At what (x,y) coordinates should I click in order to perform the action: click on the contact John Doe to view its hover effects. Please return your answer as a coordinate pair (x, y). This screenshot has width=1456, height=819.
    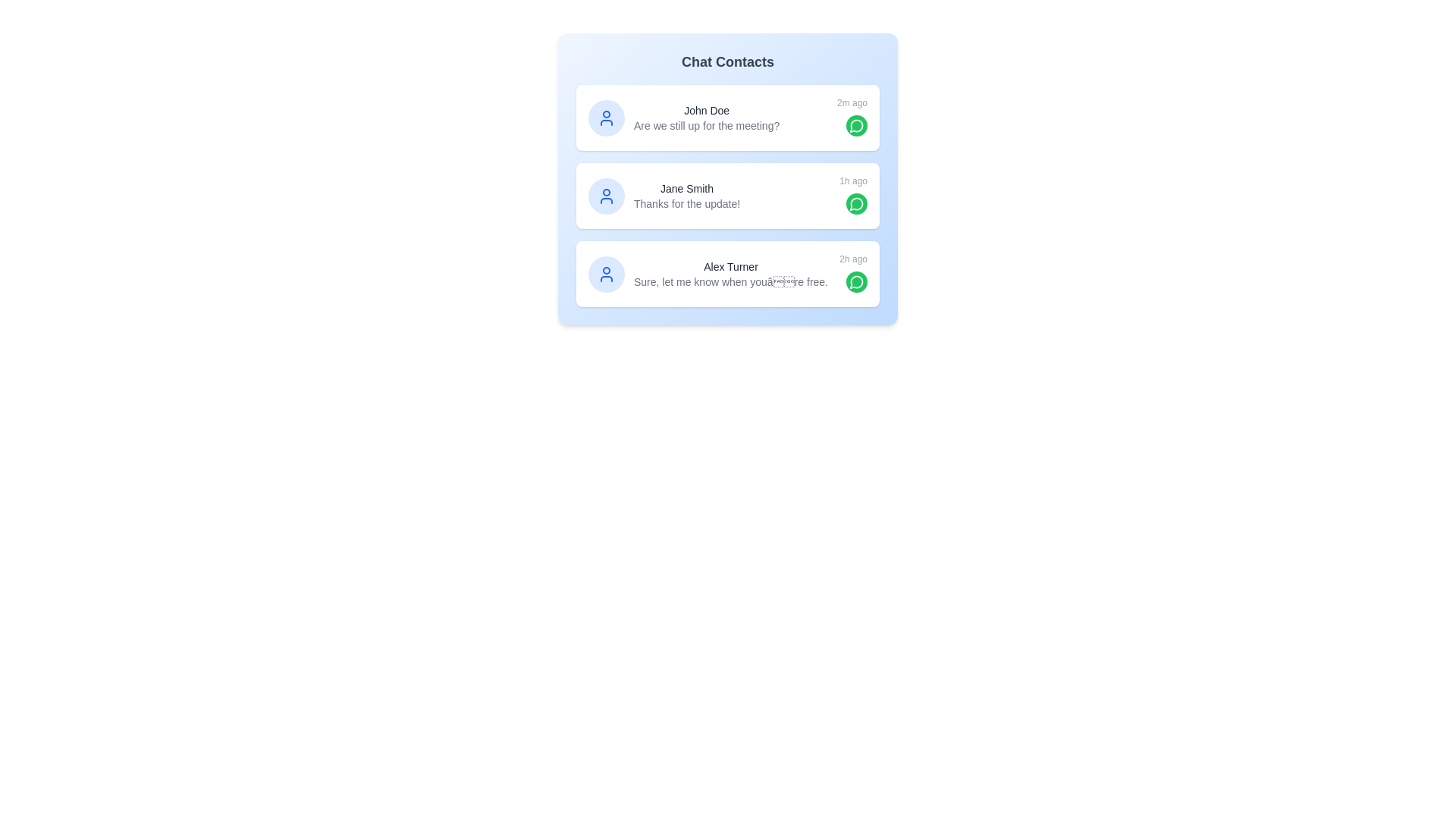
    Looking at the image, I should click on (728, 117).